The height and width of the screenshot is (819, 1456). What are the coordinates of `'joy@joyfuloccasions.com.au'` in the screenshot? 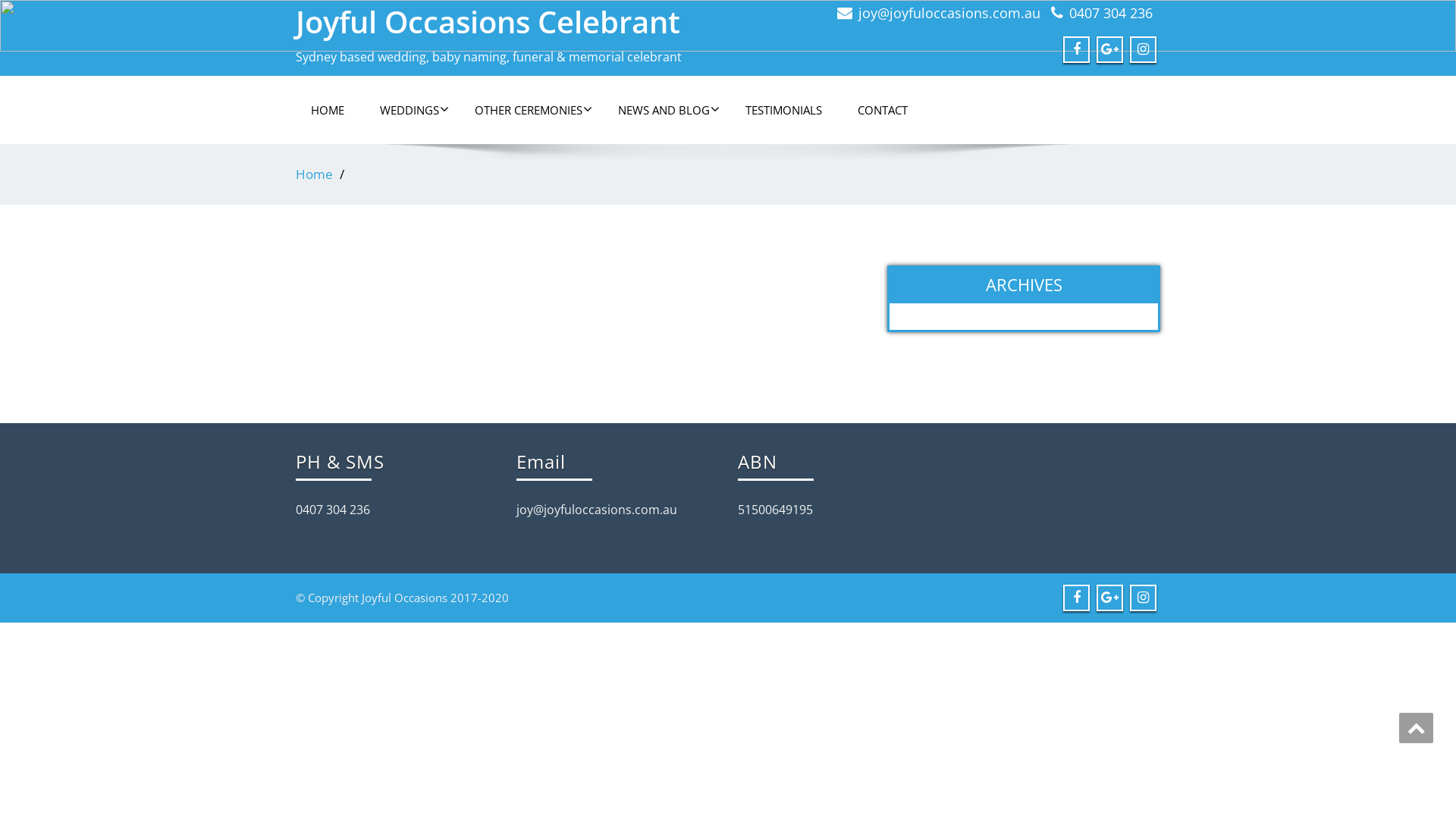 It's located at (858, 12).